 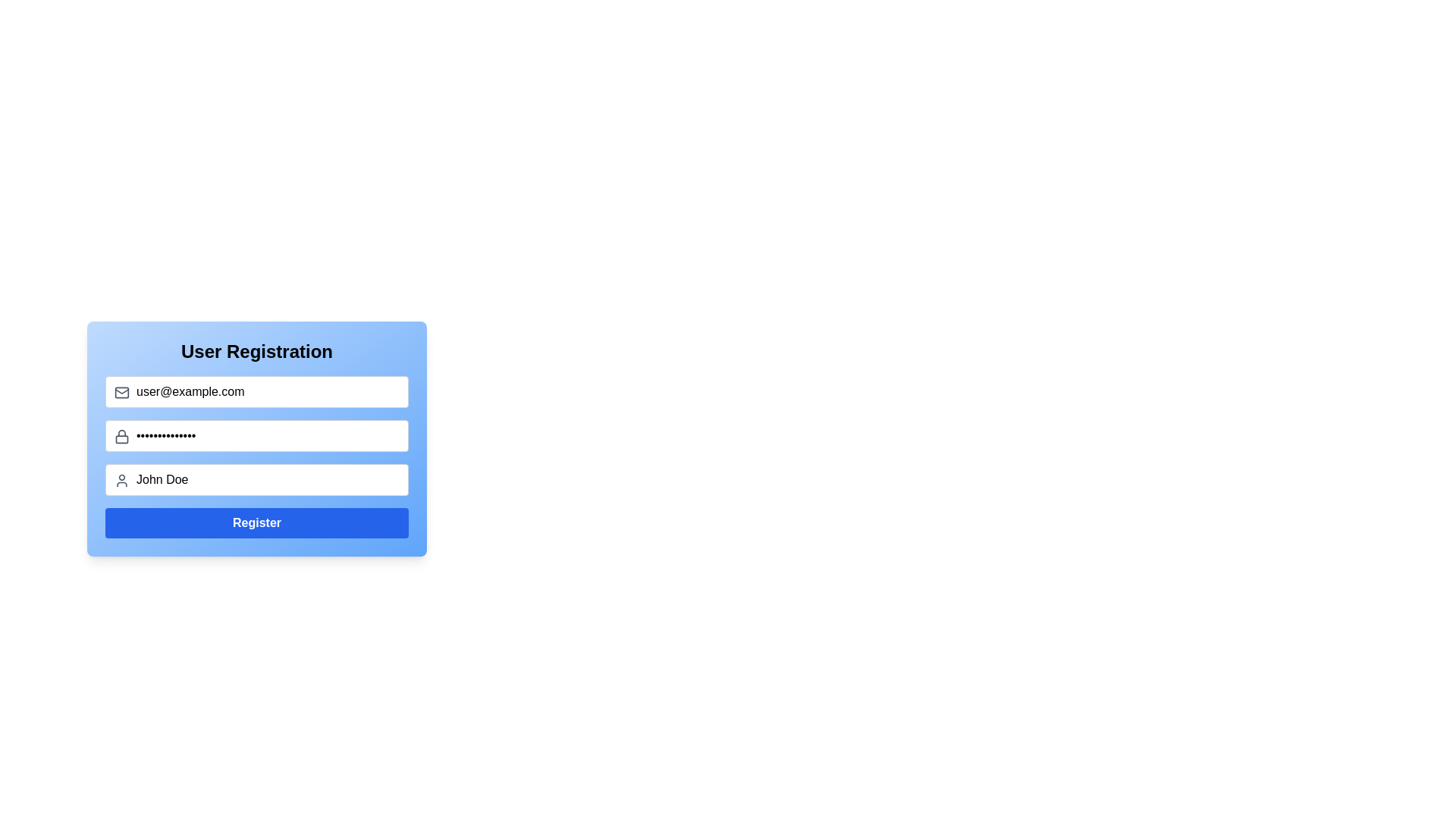 I want to click on the submit button at the bottom of the form to initiate the registration process, so click(x=257, y=522).